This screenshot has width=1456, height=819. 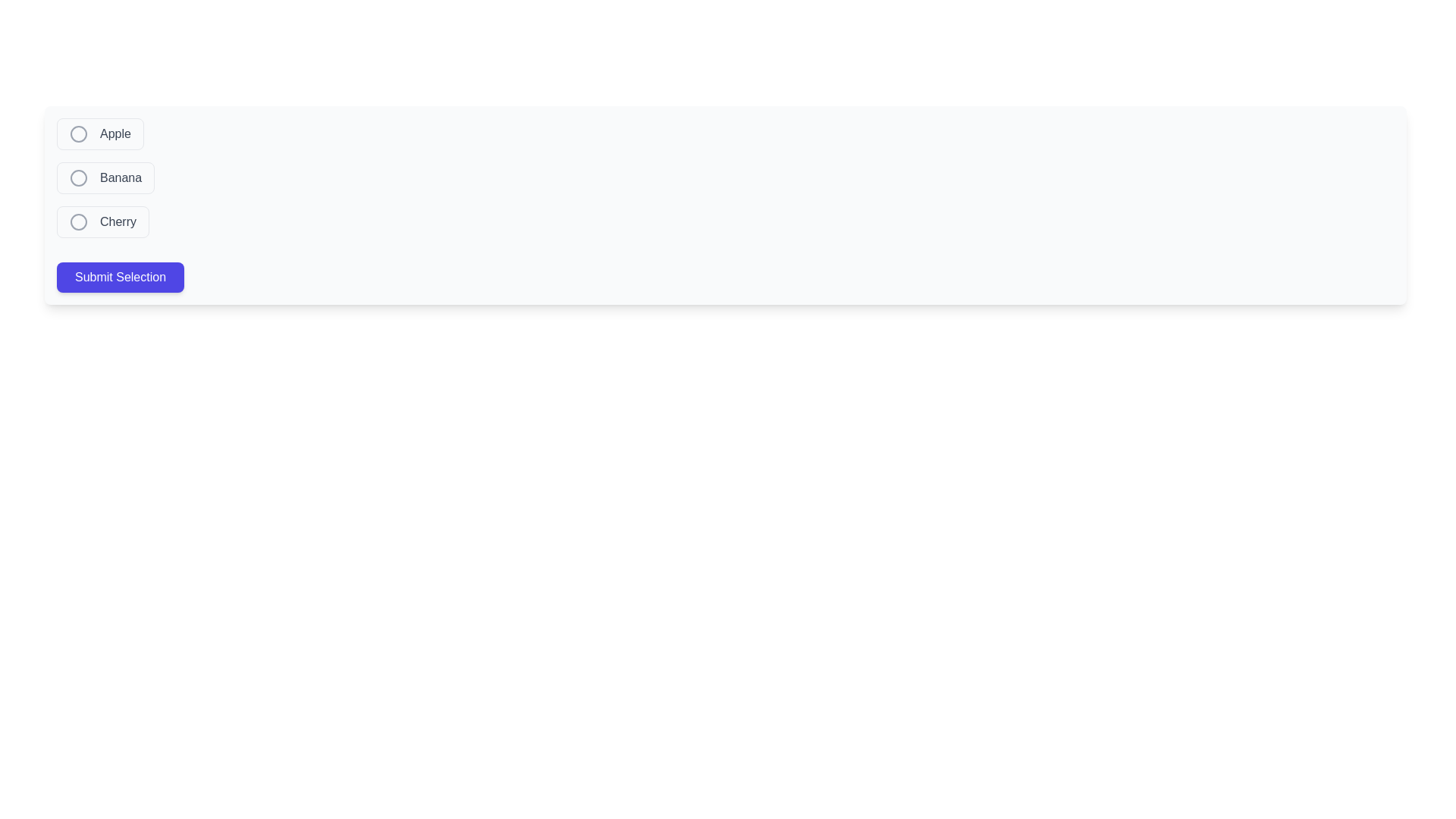 What do you see at coordinates (78, 222) in the screenshot?
I see `the circular radio button indicator` at bounding box center [78, 222].